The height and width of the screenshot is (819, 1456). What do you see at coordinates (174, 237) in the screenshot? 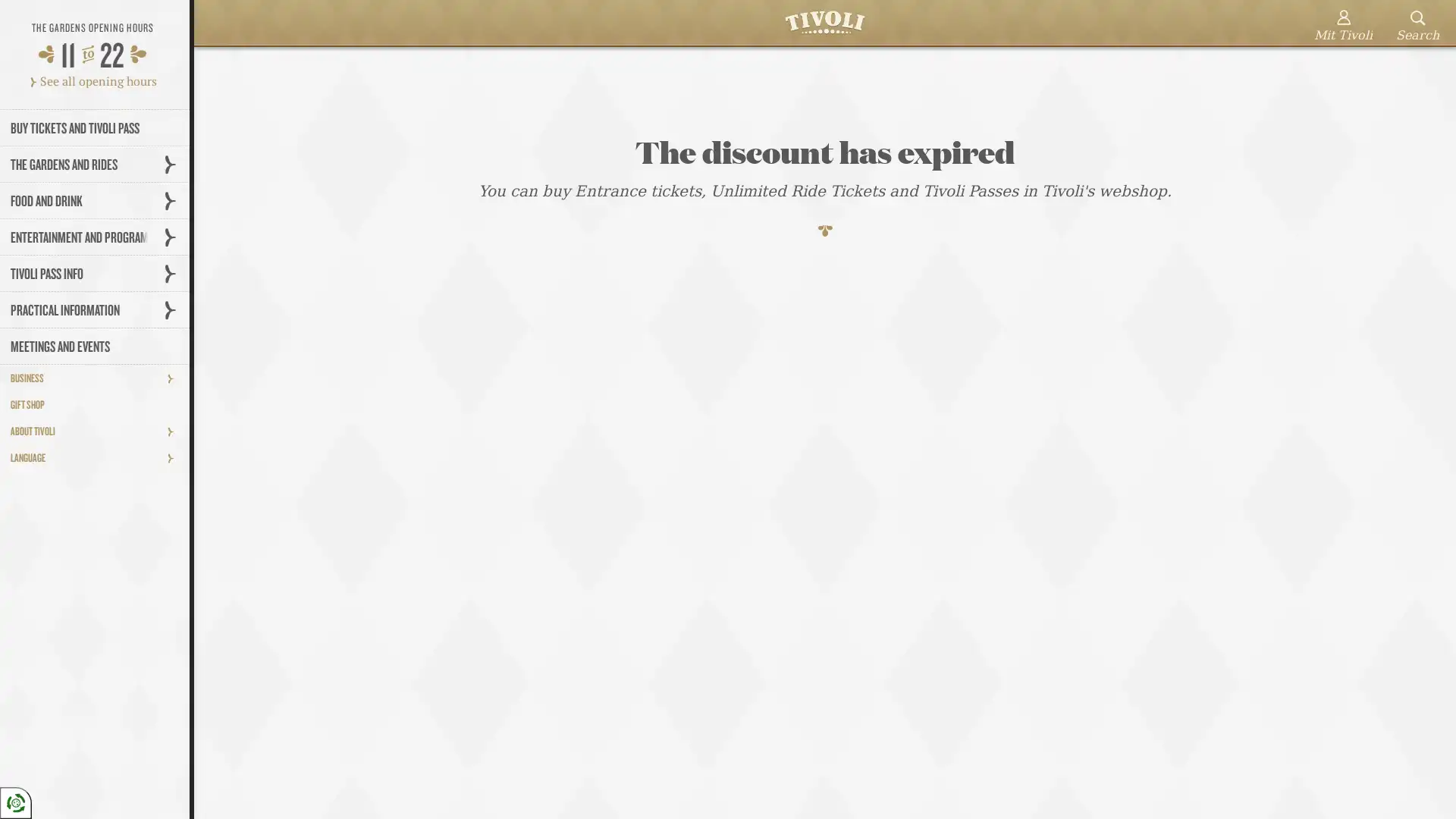
I see `Entertainment and programme` at bounding box center [174, 237].